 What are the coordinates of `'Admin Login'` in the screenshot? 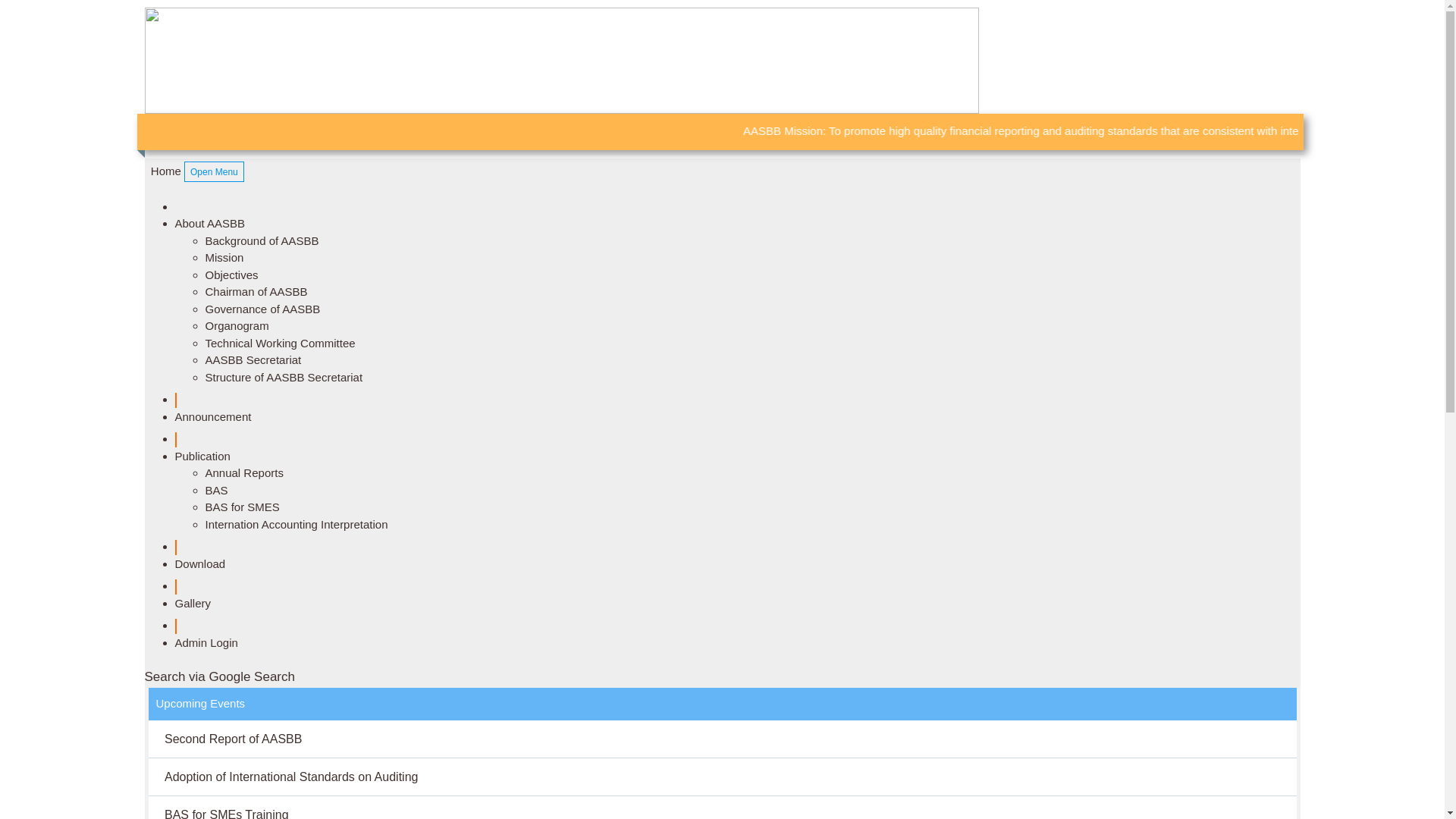 It's located at (205, 642).